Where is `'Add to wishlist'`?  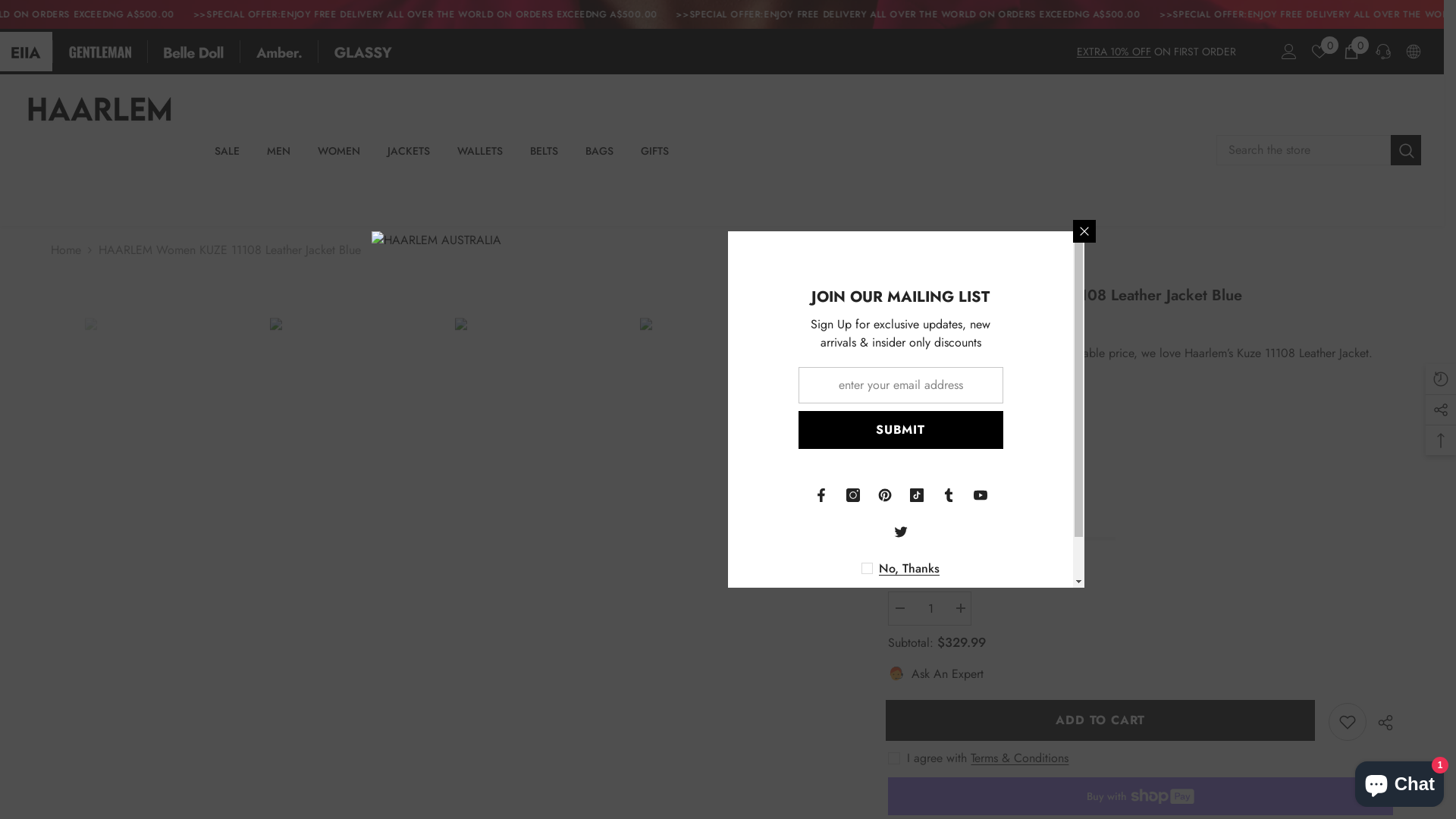 'Add to wishlist' is located at coordinates (1347, 721).